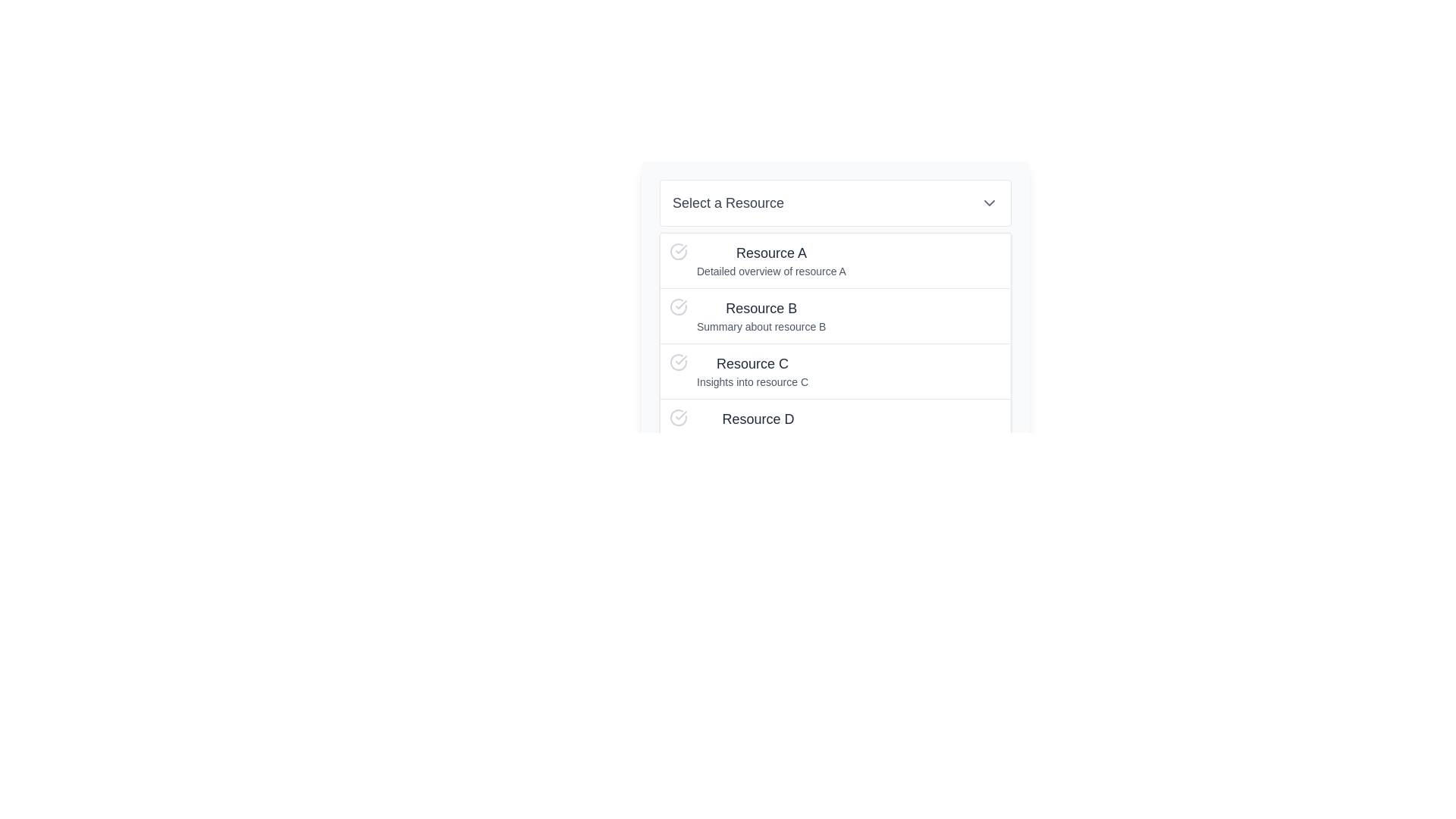 This screenshot has height=819, width=1456. Describe the element at coordinates (990, 202) in the screenshot. I see `the dropdown arrow icon, which is the chevron icon located to the right of the text 'Select a Resource'` at that location.